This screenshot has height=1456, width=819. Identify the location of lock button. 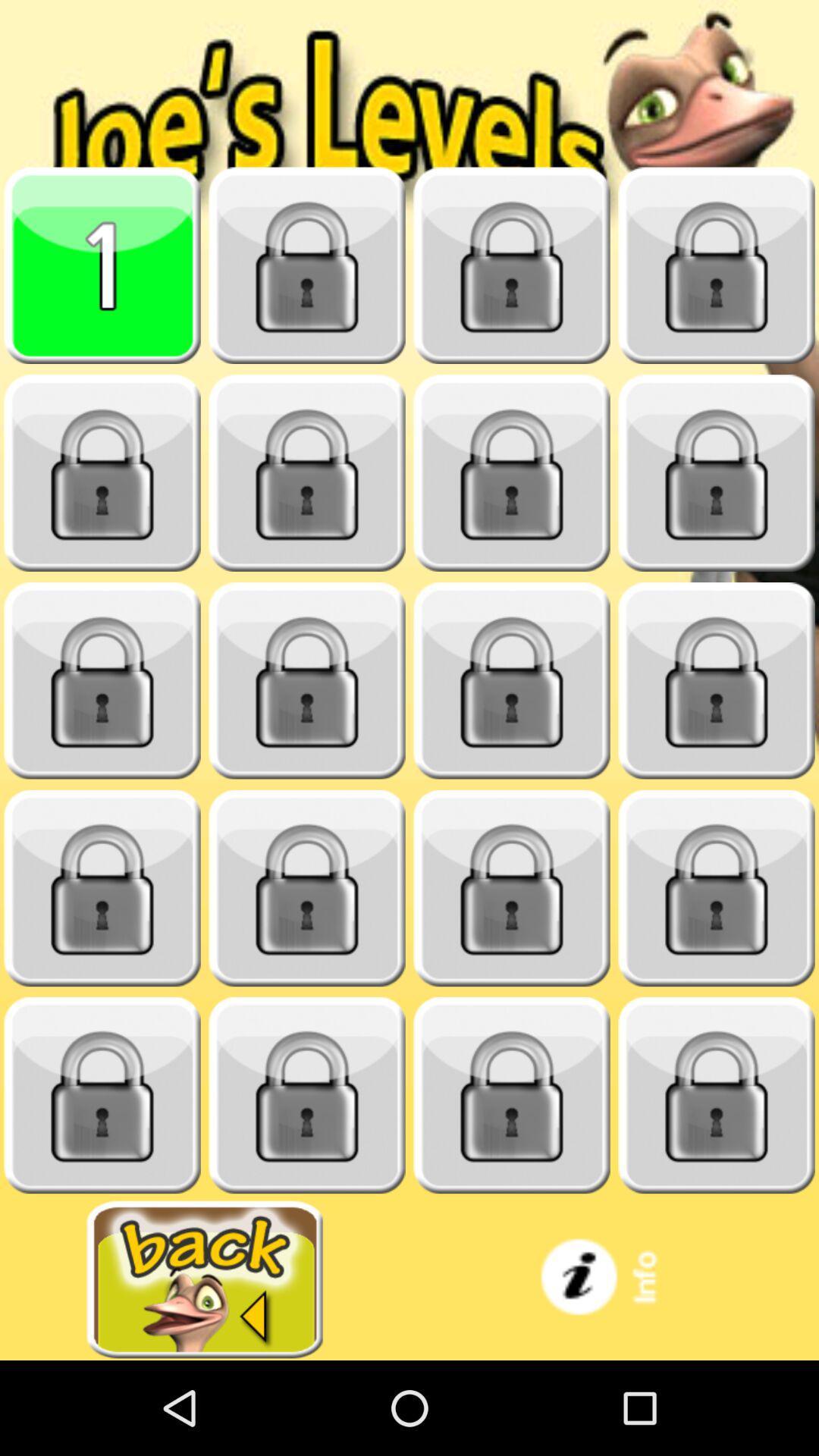
(717, 888).